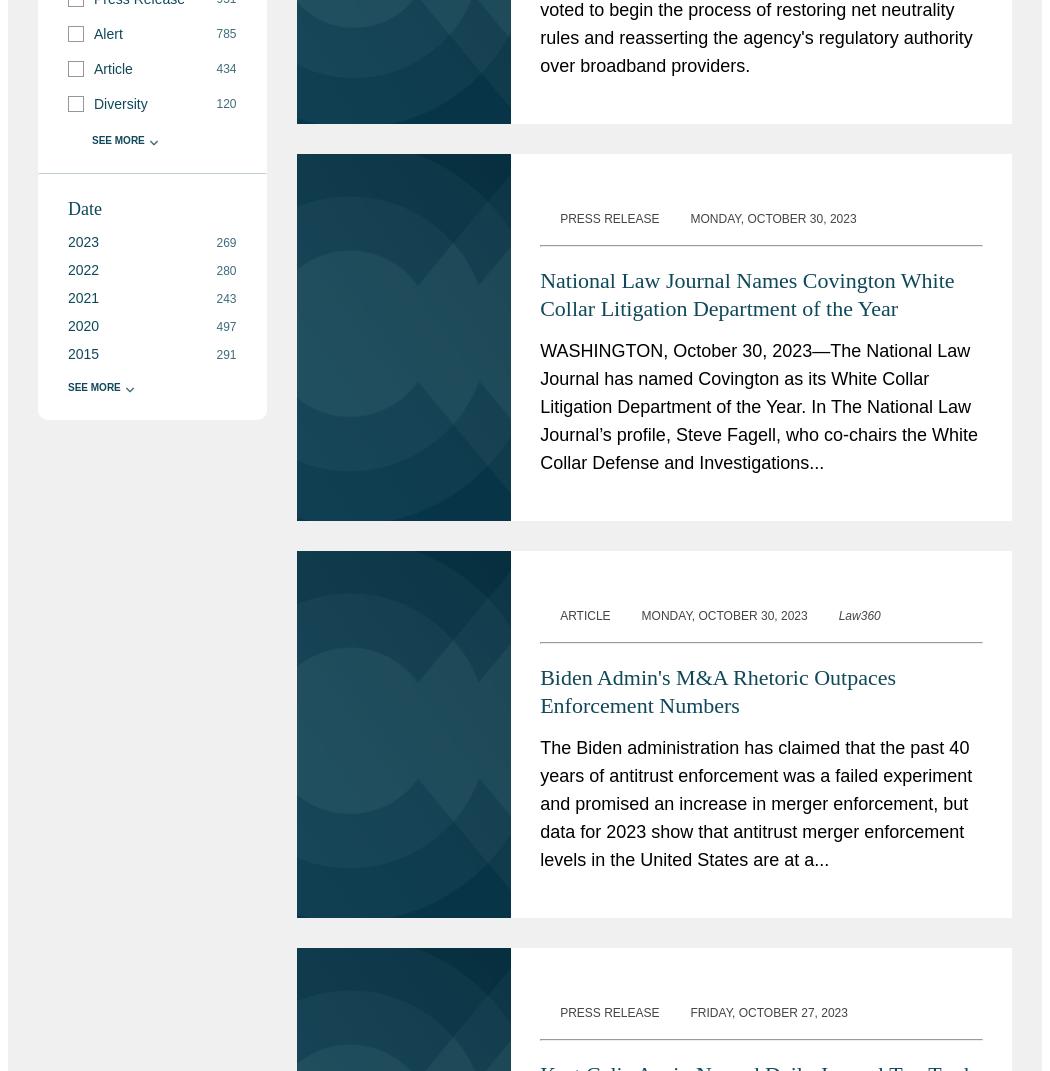  I want to click on '291', so click(225, 354).